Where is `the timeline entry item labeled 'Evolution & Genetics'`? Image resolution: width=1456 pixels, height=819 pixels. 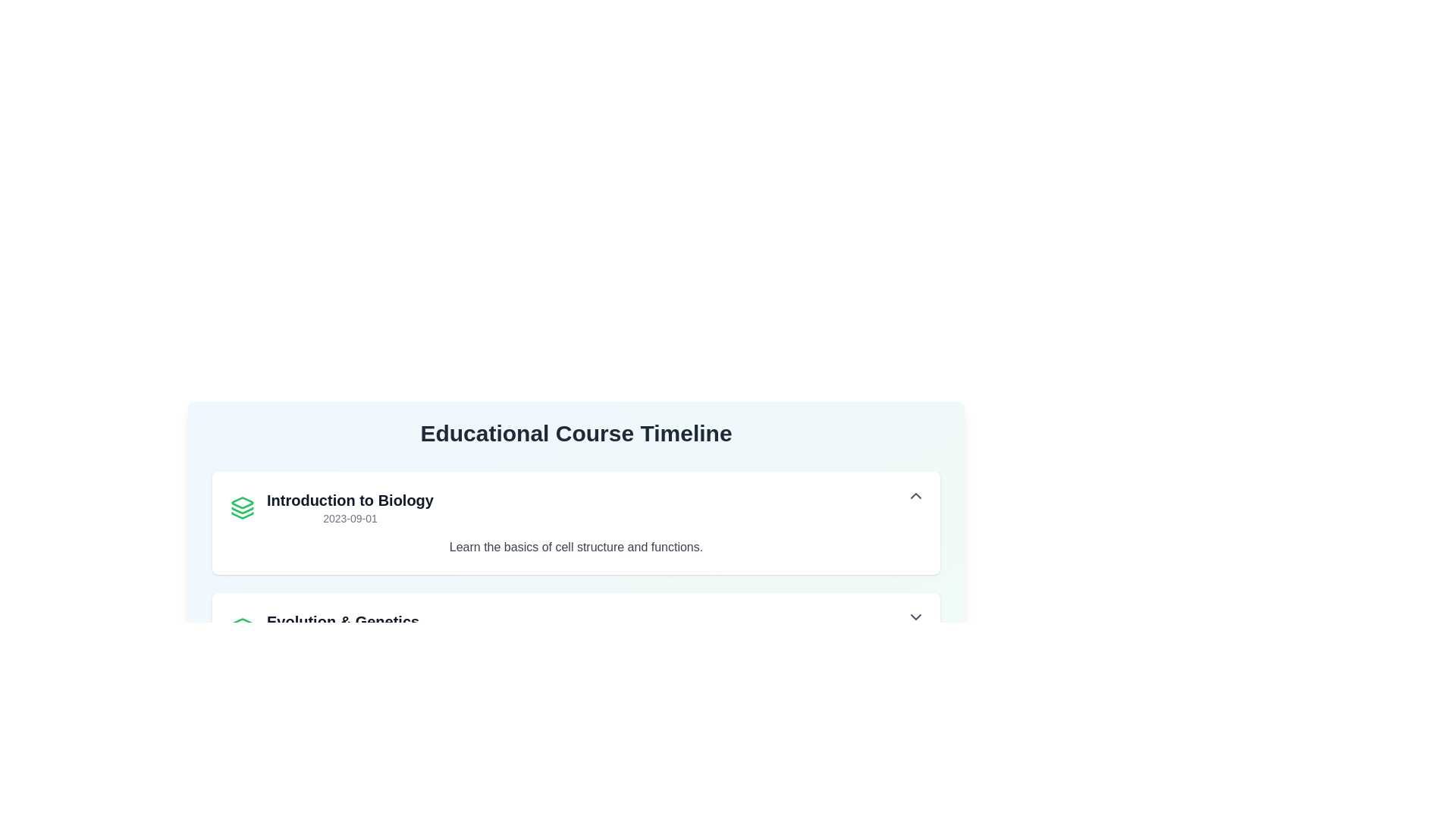
the timeline entry item labeled 'Evolution & Genetics' is located at coordinates (324, 629).